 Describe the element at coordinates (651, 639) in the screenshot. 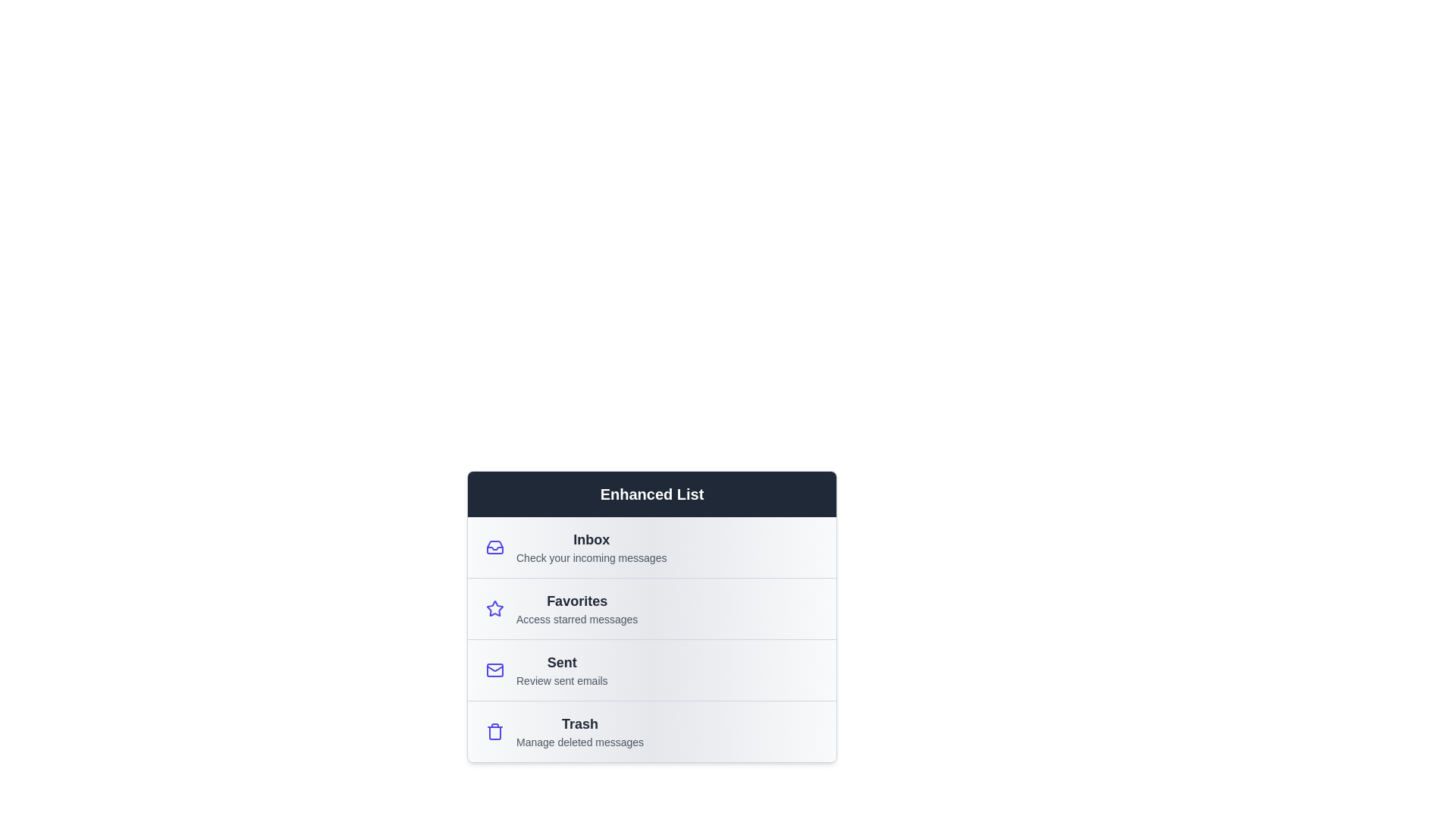

I see `the 'Favorites' item in the navigation menu of the Enhanced List` at that location.